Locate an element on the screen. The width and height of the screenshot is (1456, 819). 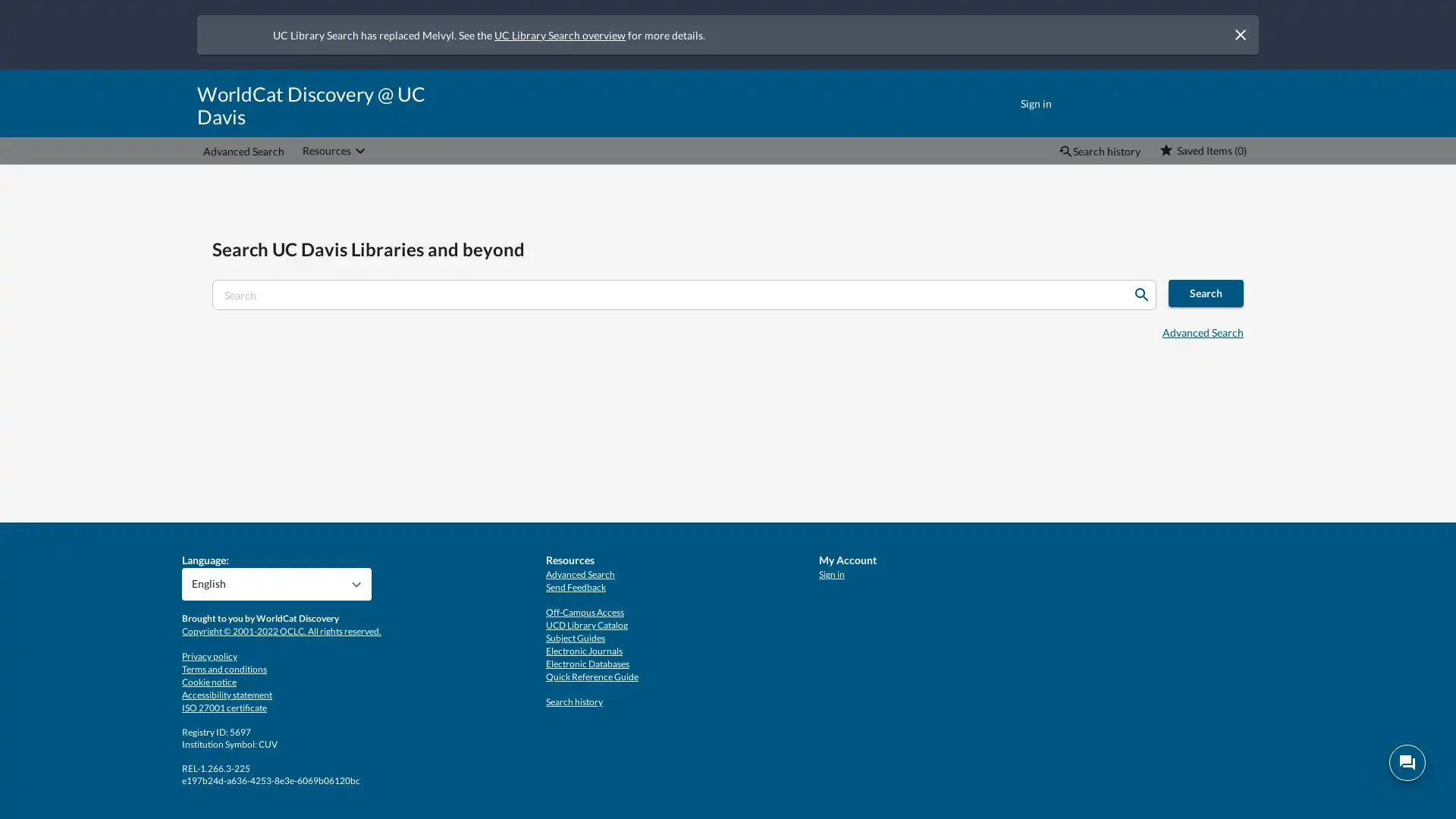
Resources is located at coordinates (334, 151).